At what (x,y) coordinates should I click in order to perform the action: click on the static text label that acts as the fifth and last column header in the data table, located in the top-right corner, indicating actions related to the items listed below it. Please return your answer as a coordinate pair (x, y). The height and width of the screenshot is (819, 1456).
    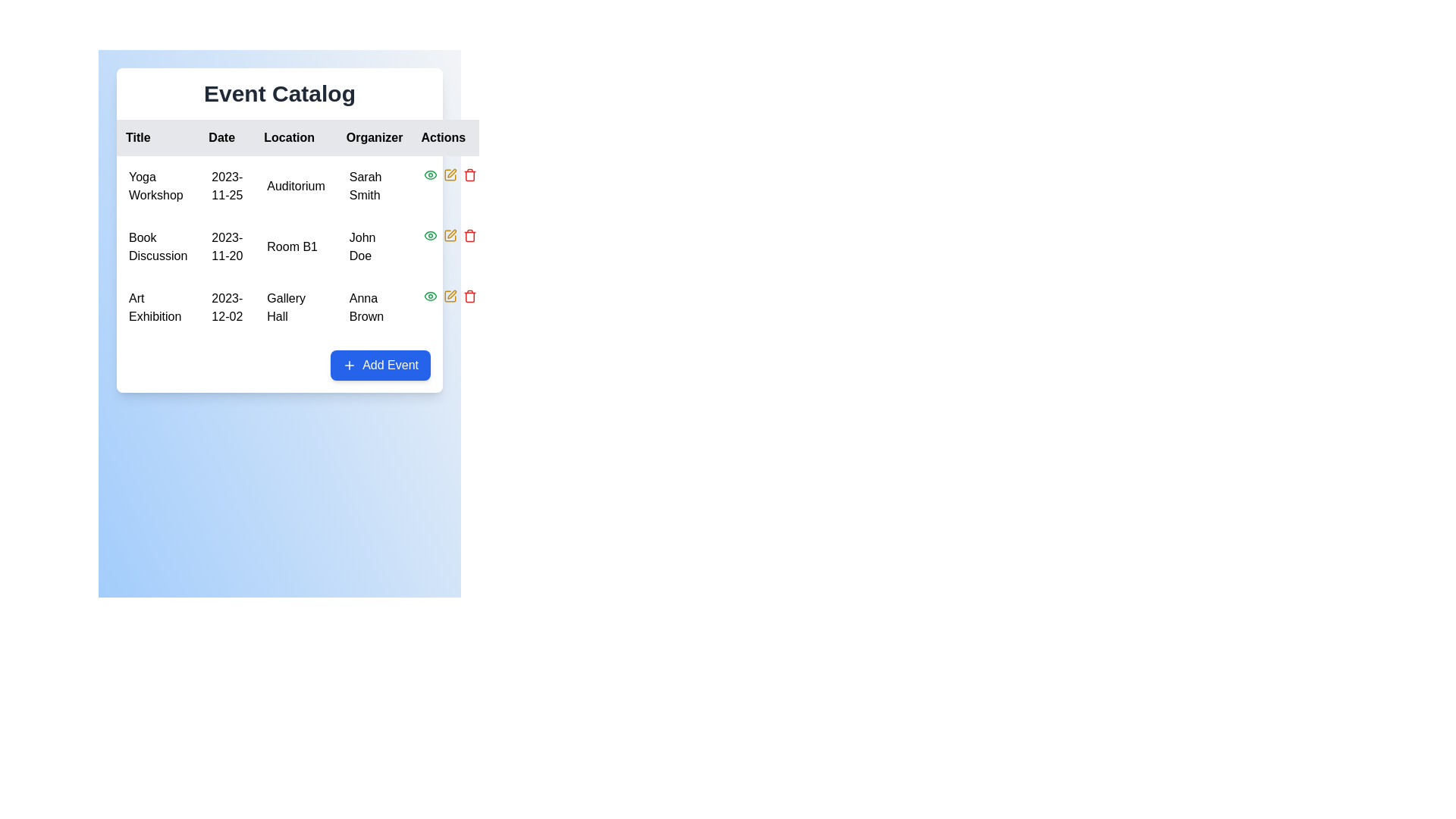
    Looking at the image, I should click on (450, 137).